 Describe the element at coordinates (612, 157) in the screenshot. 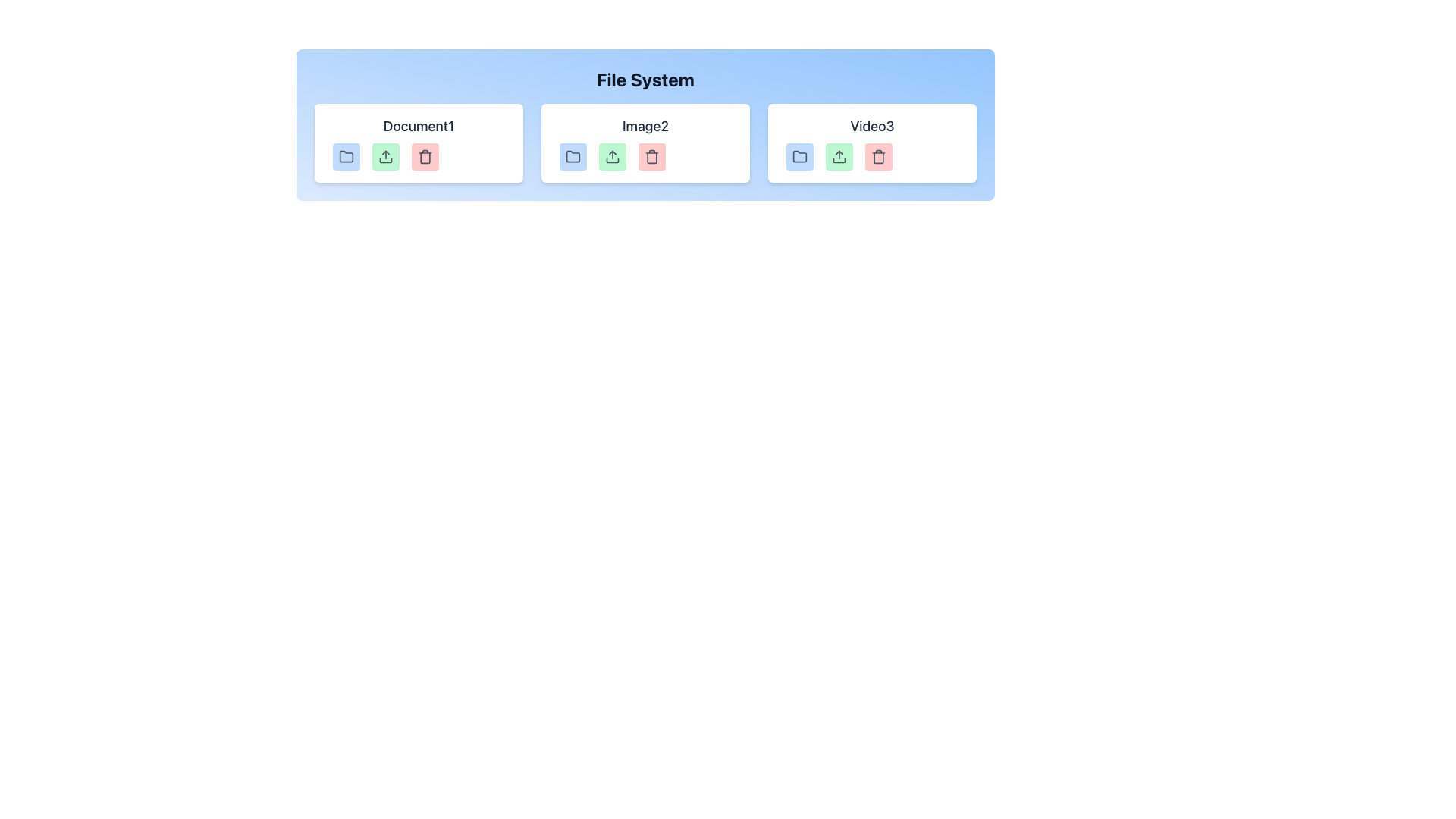

I see `the upload icon, which is an upward-pointing arrow styled icon situated within a green rounded background, to initiate the upload action` at that location.